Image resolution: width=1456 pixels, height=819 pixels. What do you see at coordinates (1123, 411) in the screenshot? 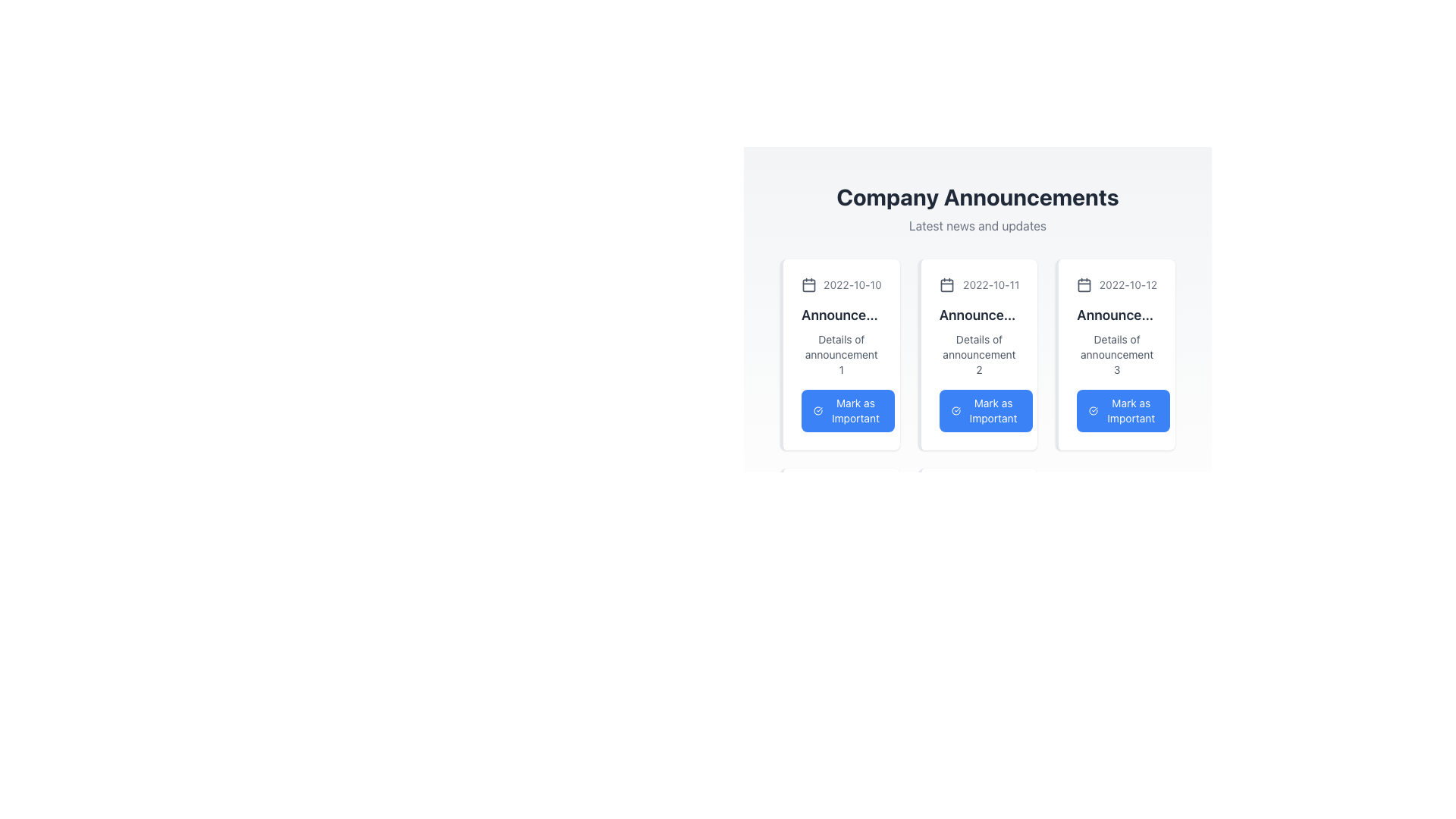
I see `the importance button located at the bottom of 'Announcement 3' card` at bounding box center [1123, 411].